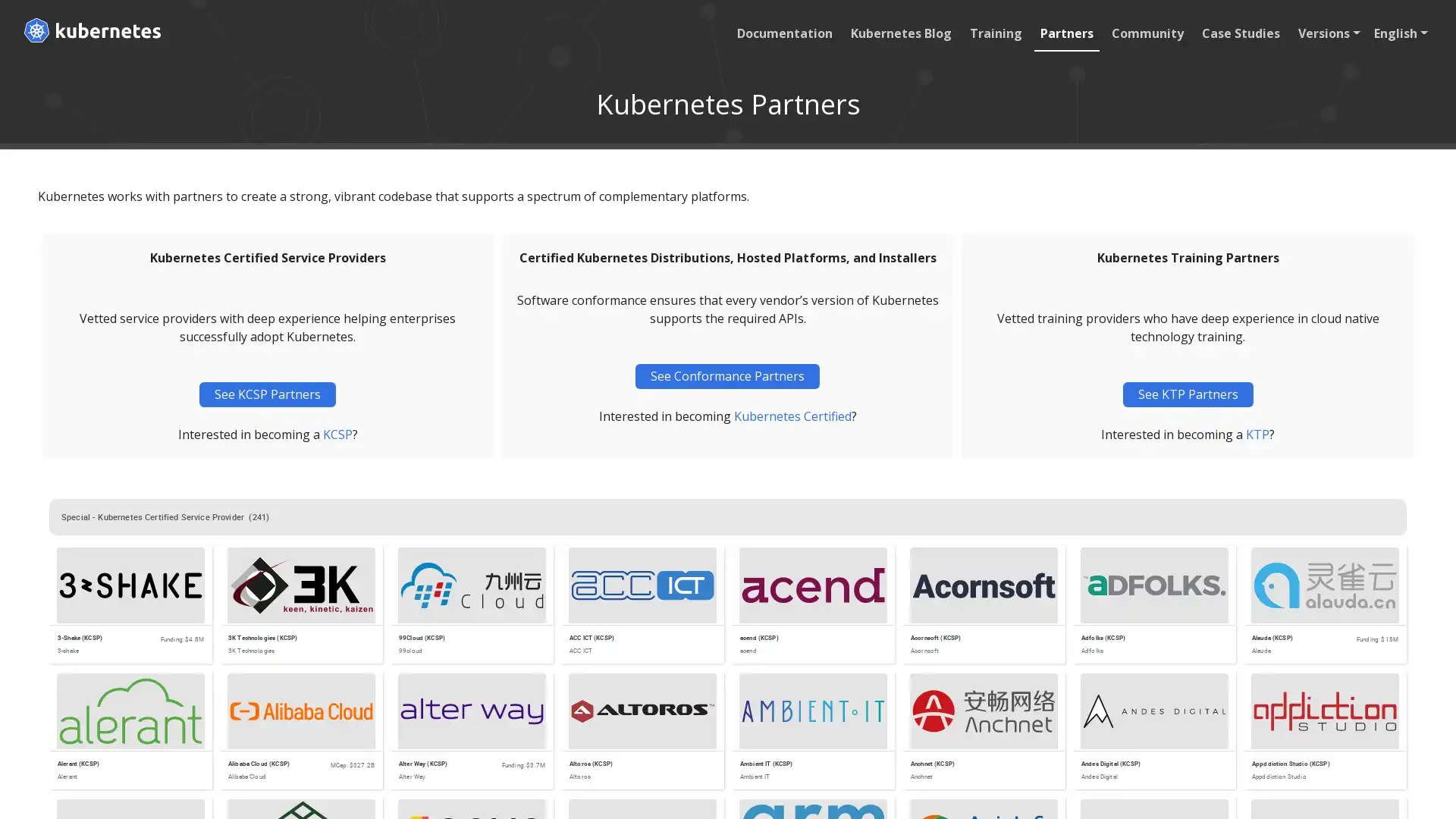 Image resolution: width=1456 pixels, height=819 pixels. What do you see at coordinates (1186, 394) in the screenshot?
I see `See KTP Partners` at bounding box center [1186, 394].